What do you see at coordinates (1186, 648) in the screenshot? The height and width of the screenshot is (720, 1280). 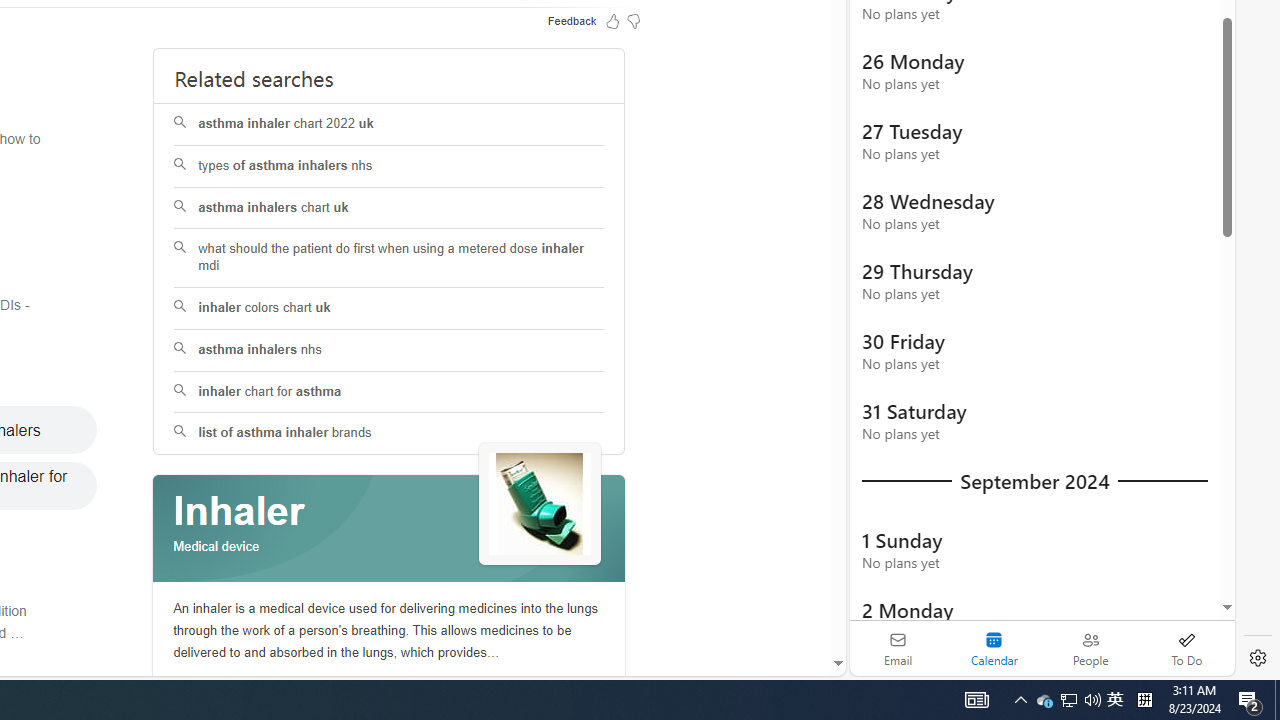 I see `'To Do'` at bounding box center [1186, 648].